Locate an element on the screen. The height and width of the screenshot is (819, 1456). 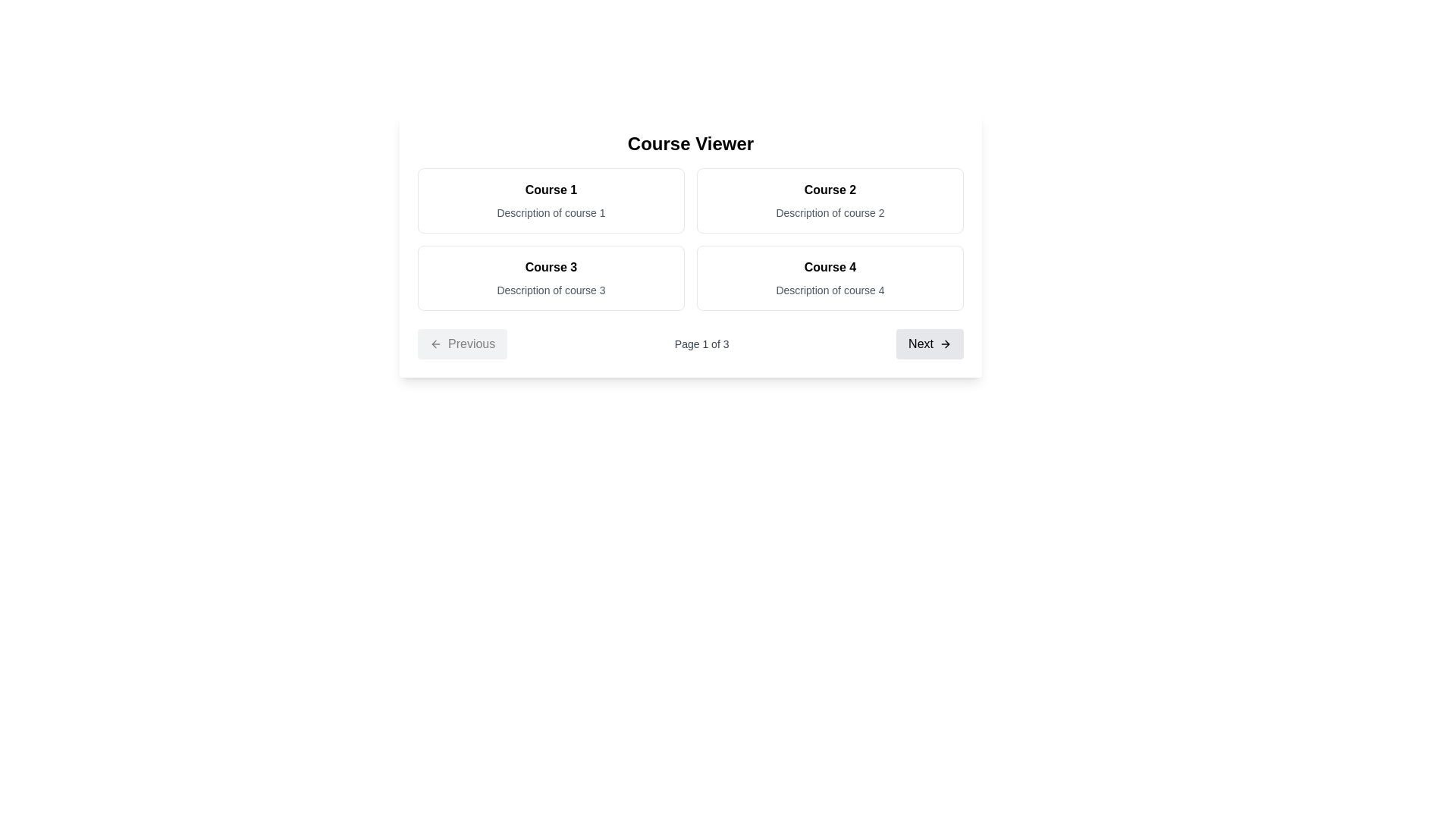
title text of the first course in the course selection layout, located in the second row and first column of the grid is located at coordinates (550, 267).